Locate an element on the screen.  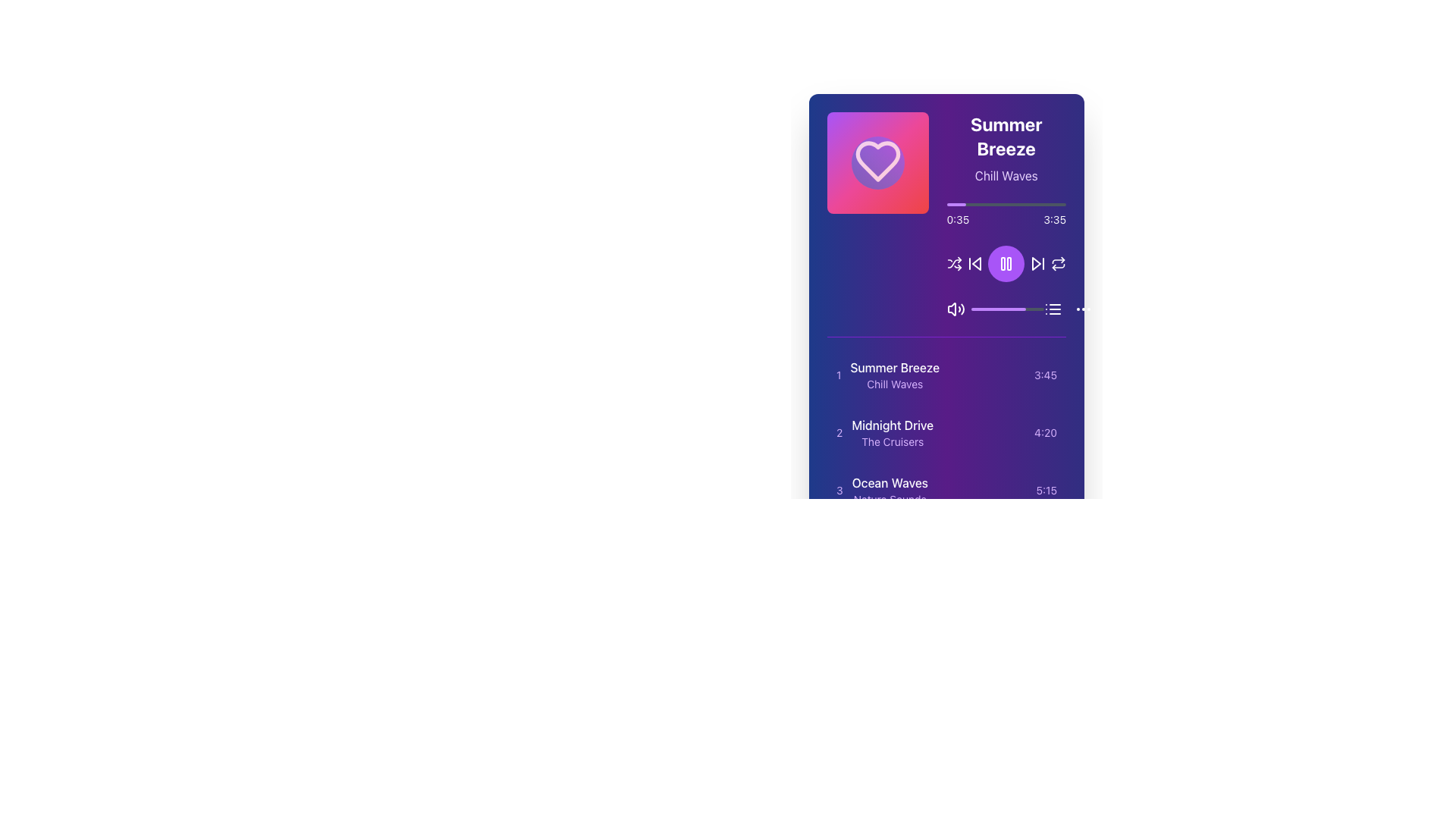
the heart-shaped like button located at the center of the album artwork area in the music player interface is located at coordinates (877, 161).